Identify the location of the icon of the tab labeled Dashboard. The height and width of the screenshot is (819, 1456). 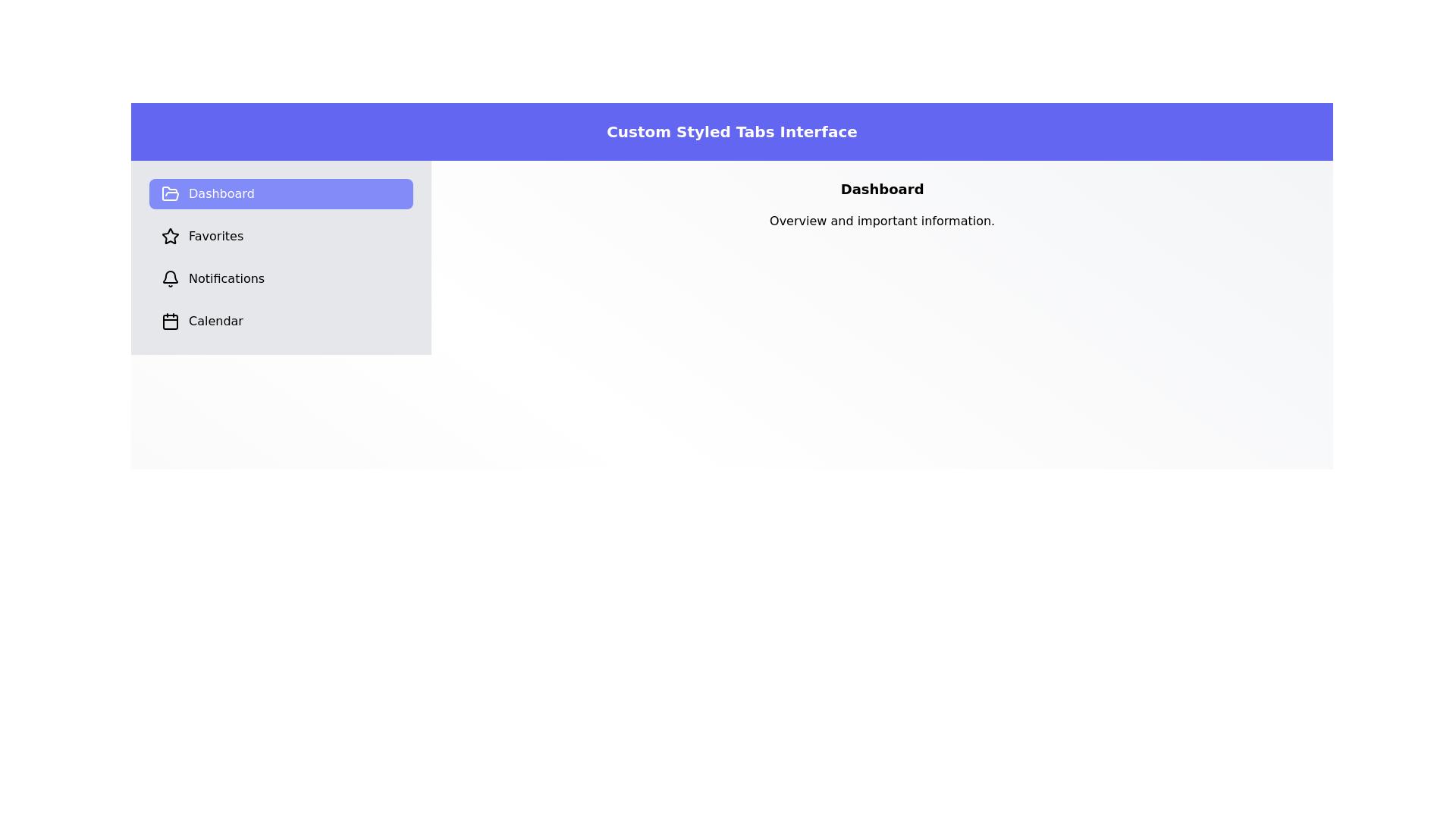
(171, 193).